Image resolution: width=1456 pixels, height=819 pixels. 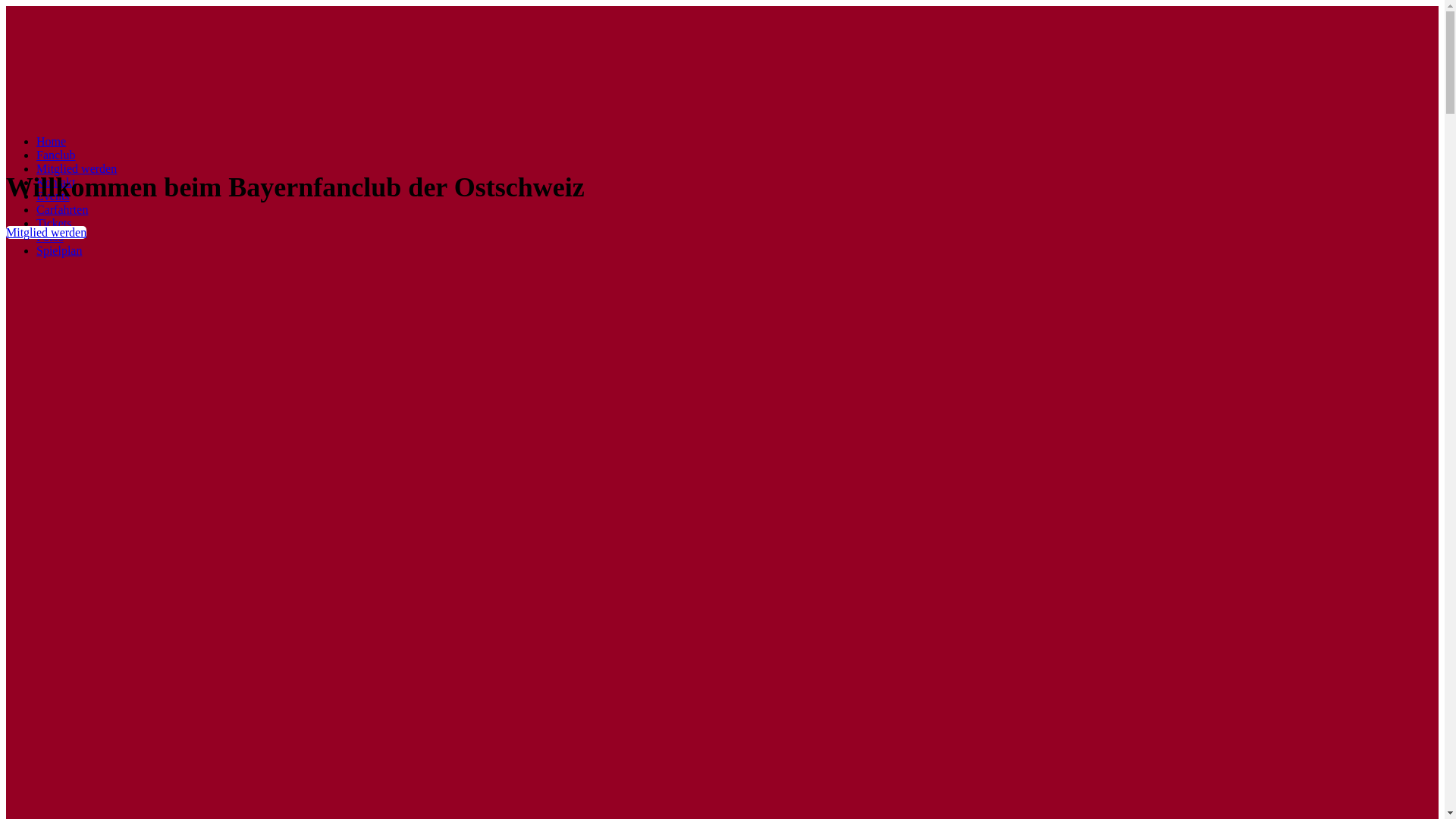 What do you see at coordinates (75, 168) in the screenshot?
I see `'Mitglied werden'` at bounding box center [75, 168].